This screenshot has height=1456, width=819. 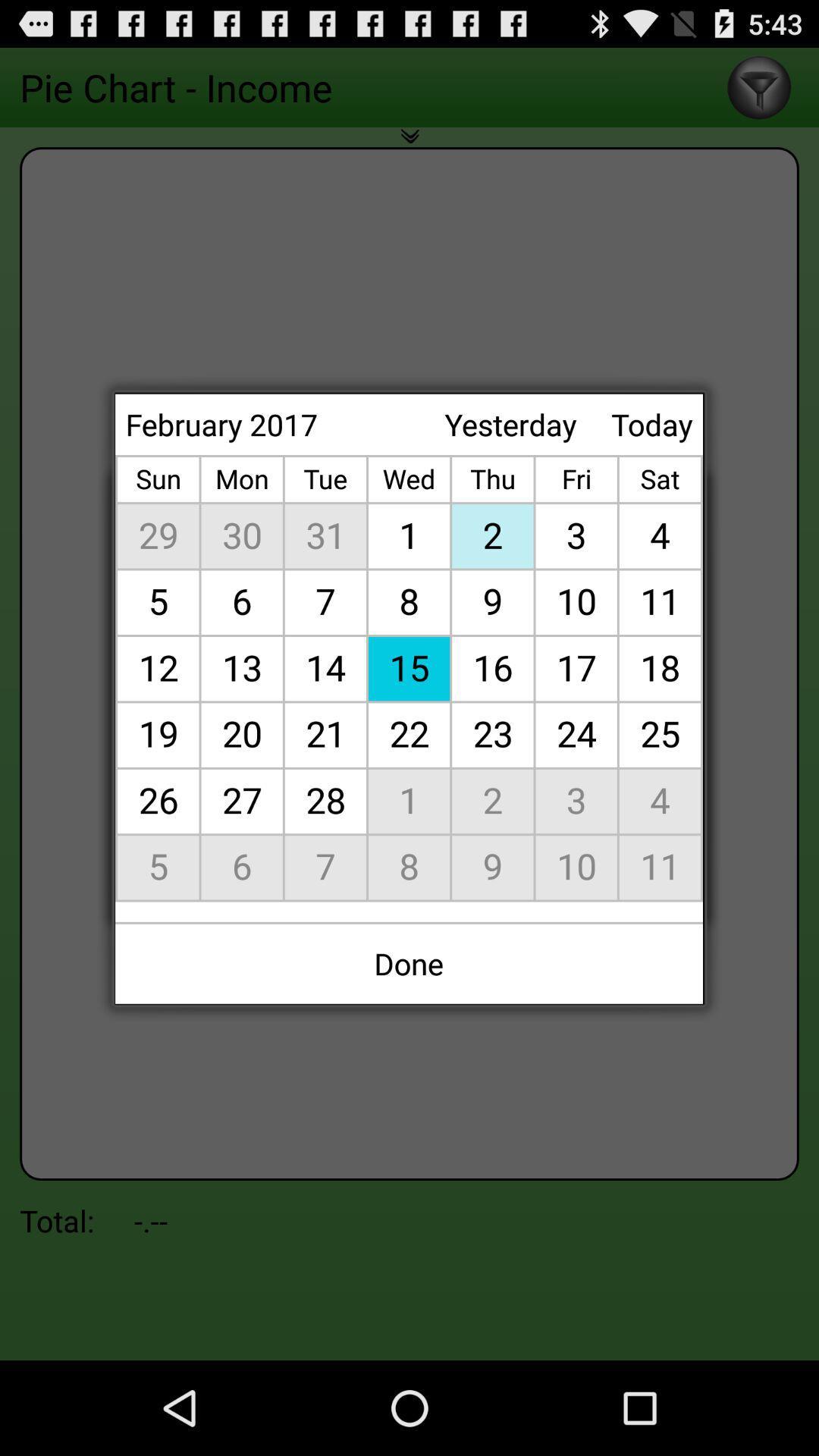 I want to click on item next to today, so click(x=510, y=424).